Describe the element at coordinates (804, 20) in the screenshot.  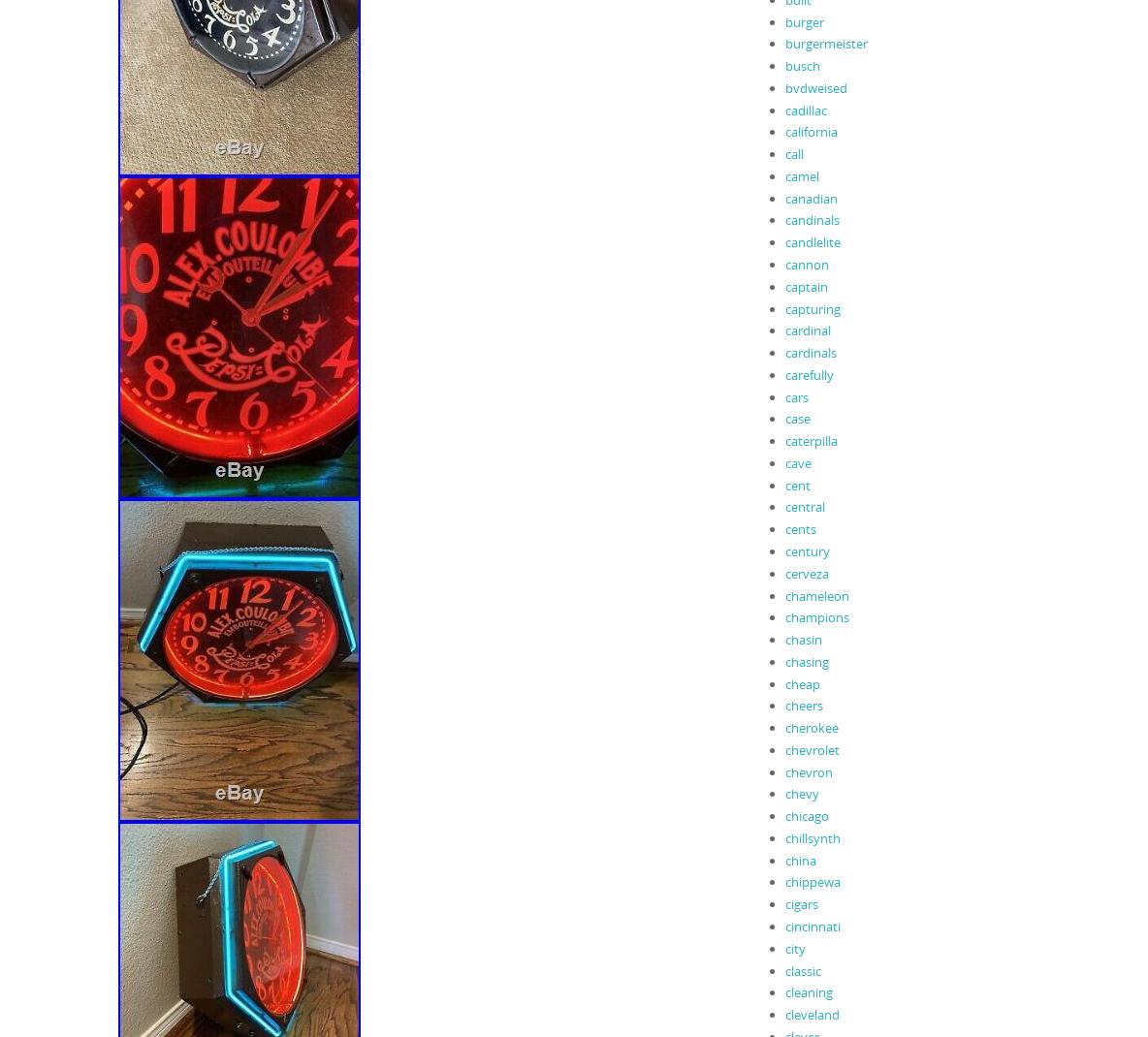
I see `'burger'` at that location.